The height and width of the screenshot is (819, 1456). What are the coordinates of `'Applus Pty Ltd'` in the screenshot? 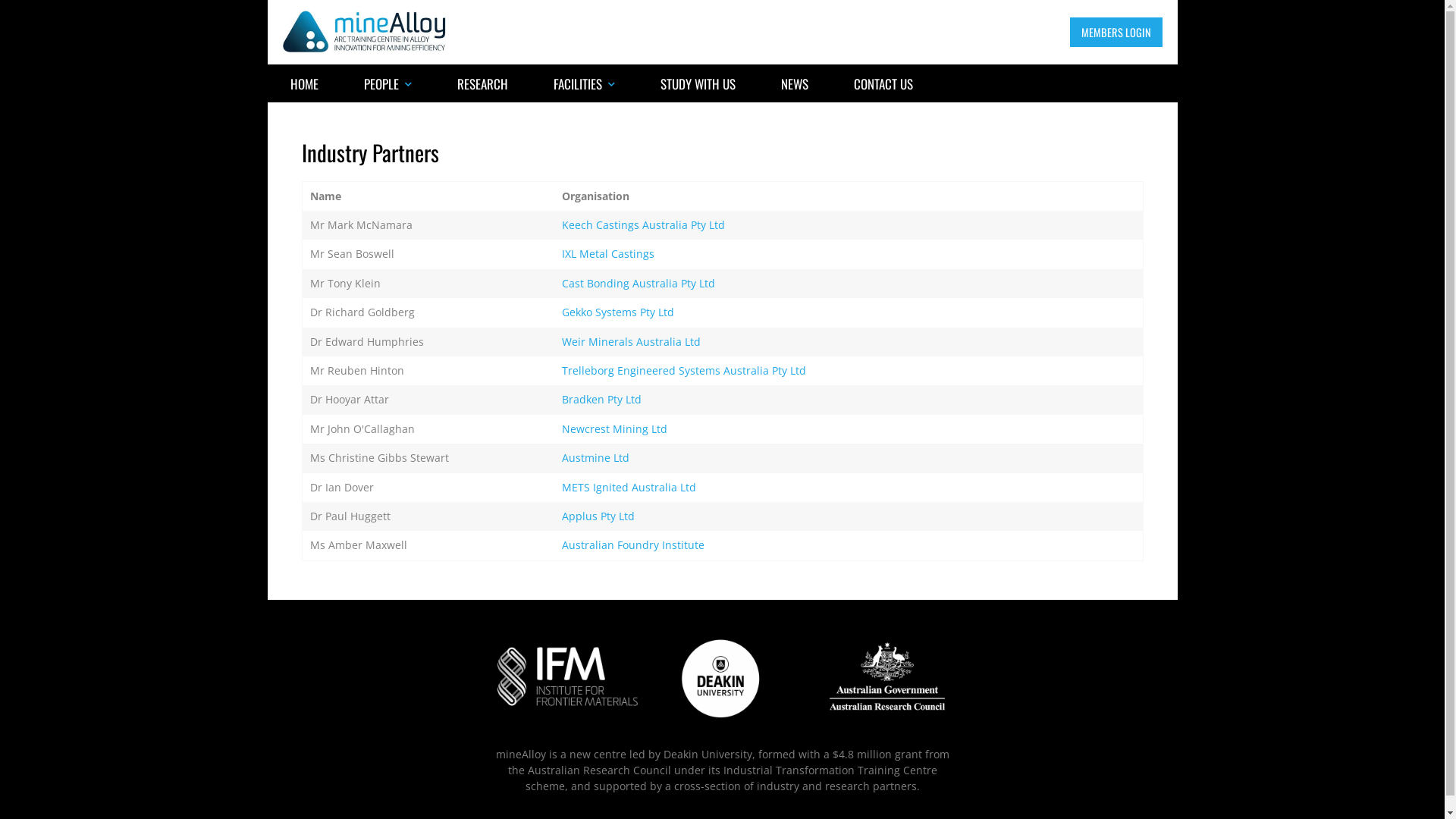 It's located at (597, 515).